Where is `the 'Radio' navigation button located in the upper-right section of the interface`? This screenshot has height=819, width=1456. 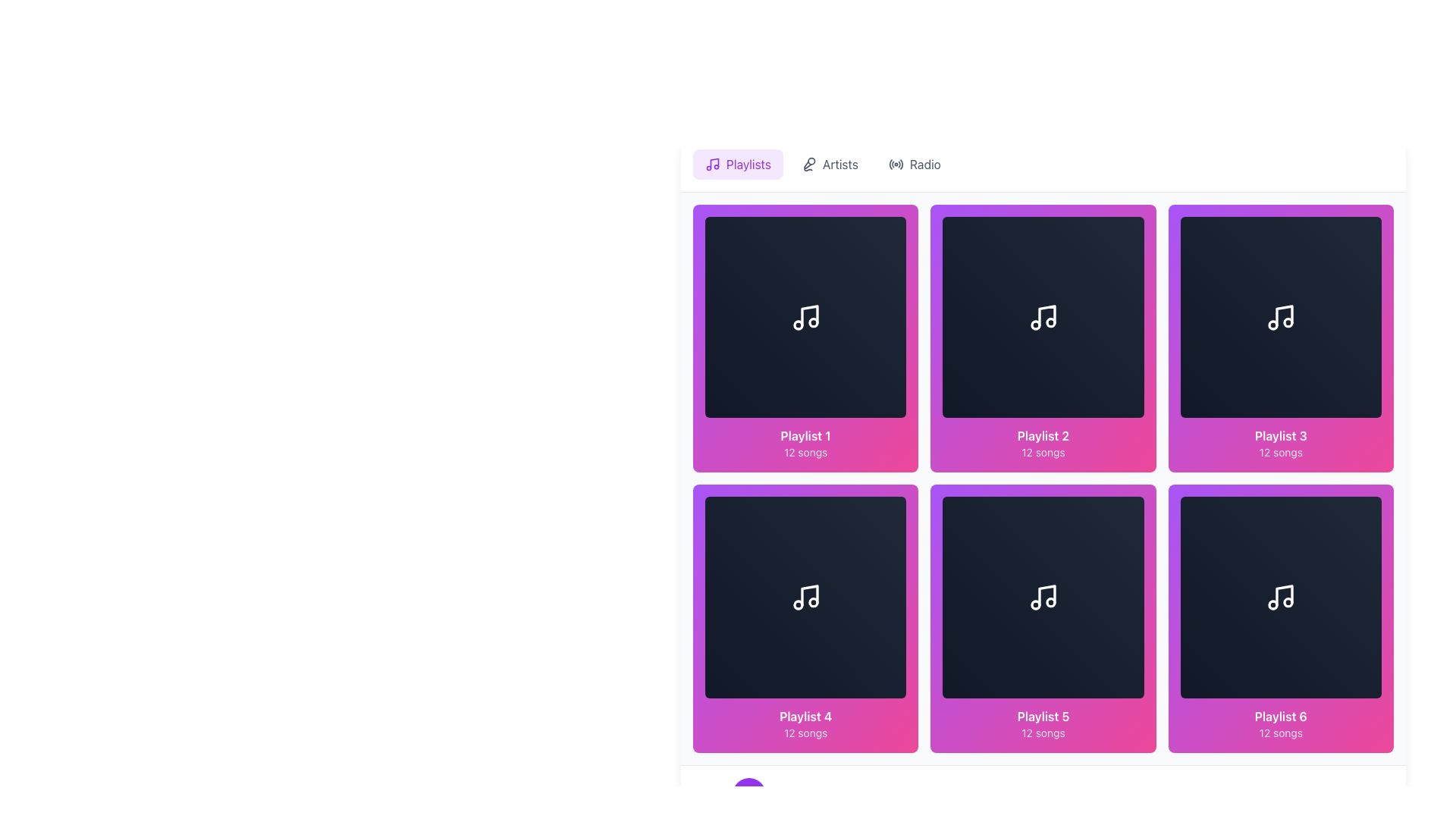 the 'Radio' navigation button located in the upper-right section of the interface is located at coordinates (914, 164).